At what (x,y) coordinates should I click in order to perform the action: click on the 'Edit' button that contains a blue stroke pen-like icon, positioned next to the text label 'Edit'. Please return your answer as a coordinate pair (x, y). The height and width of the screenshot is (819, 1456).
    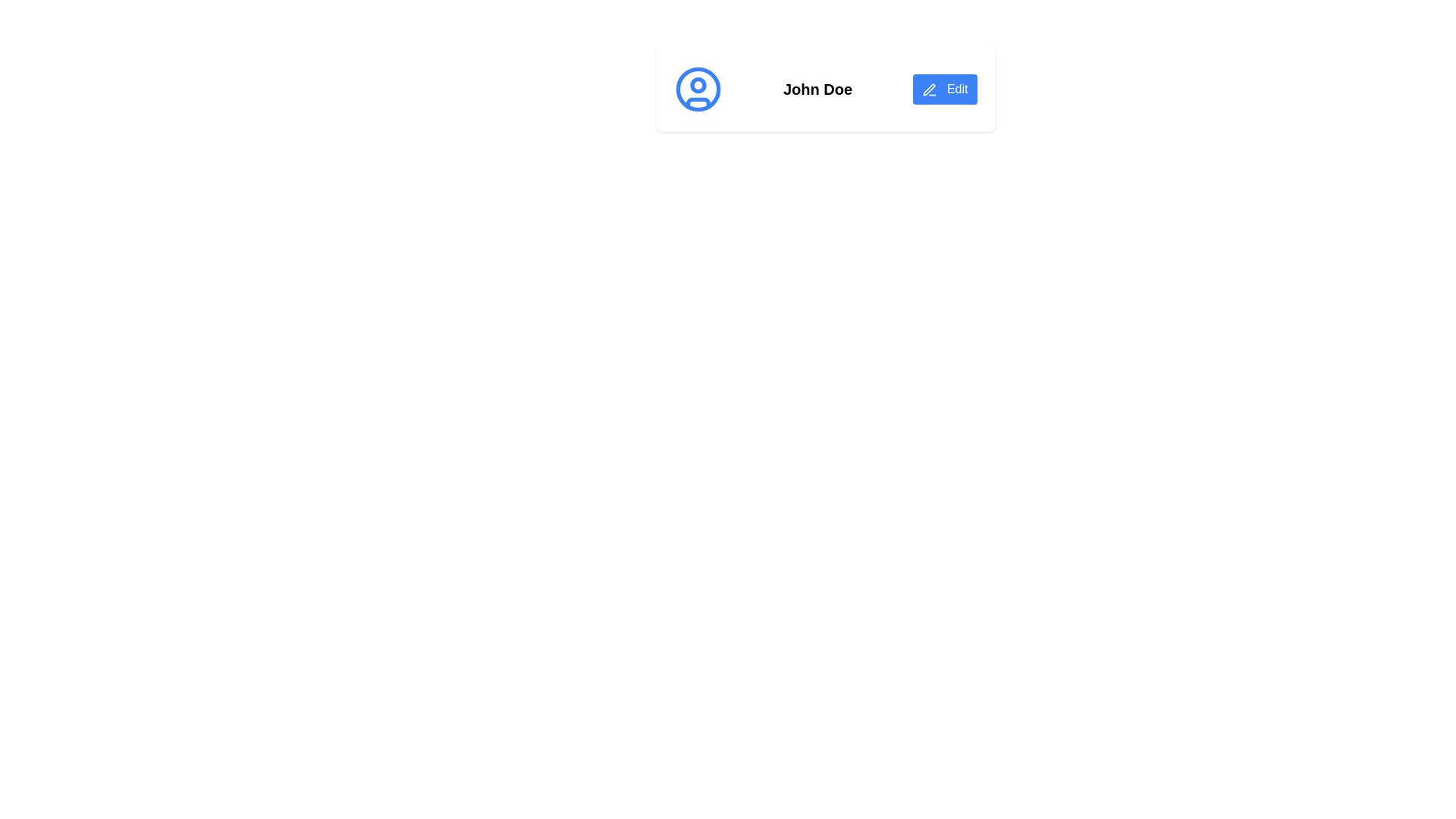
    Looking at the image, I should click on (929, 89).